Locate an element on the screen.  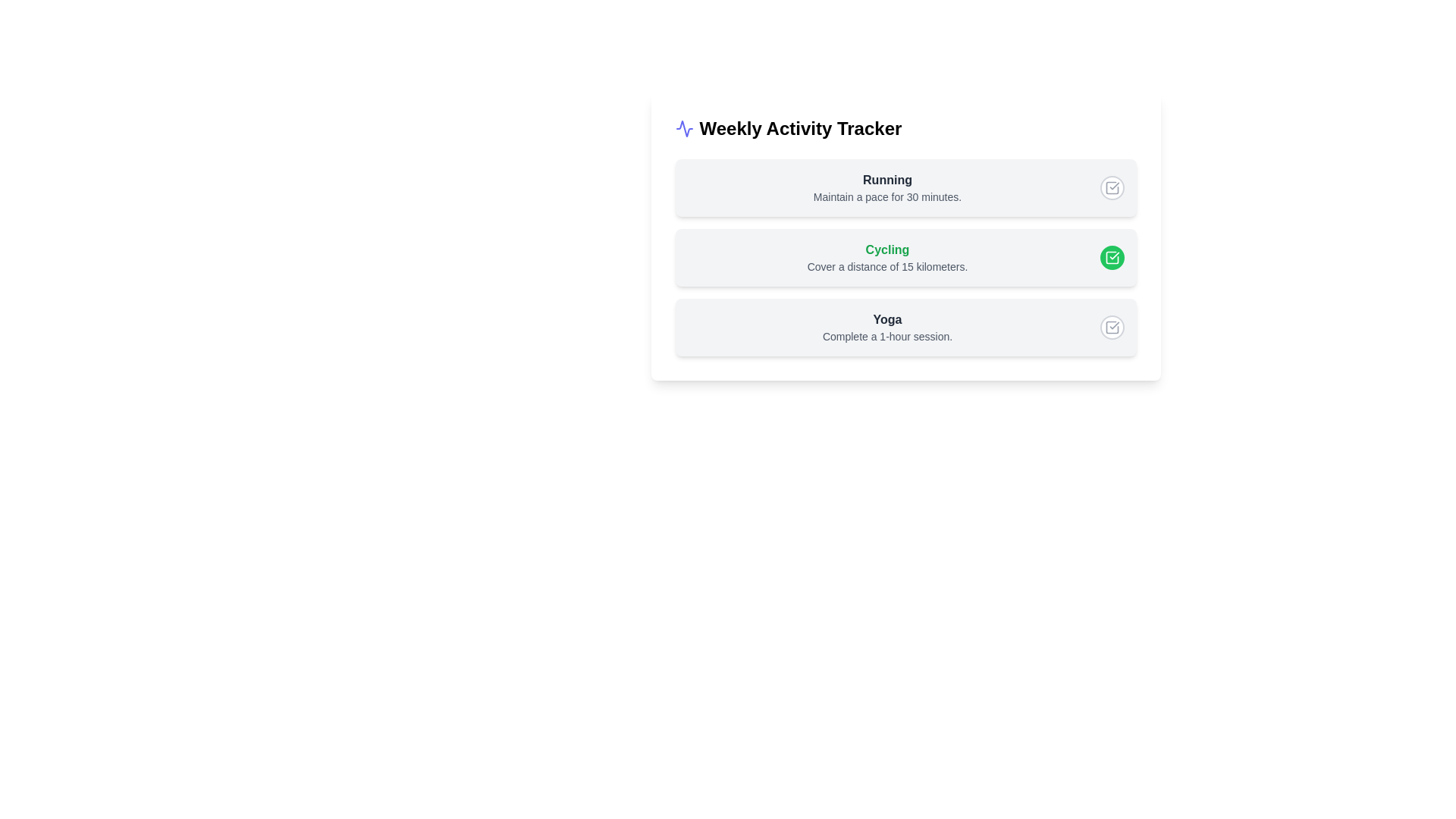
the graphical icon resembling an activity waveform, which is located to the left of the 'Weekly Activity Tracker' title at the top of the card is located at coordinates (683, 127).